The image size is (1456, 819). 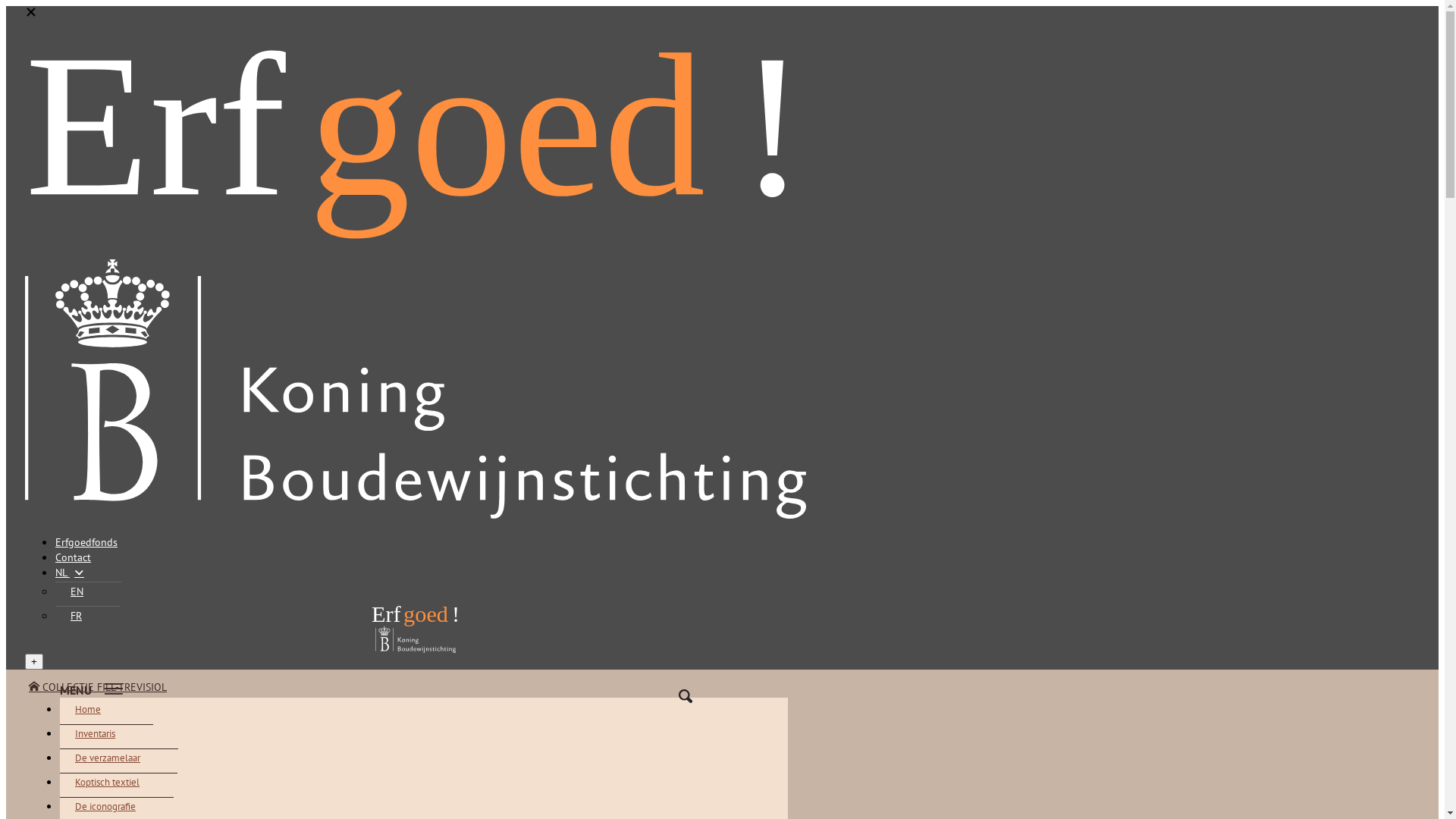 What do you see at coordinates (97, 687) in the screenshot?
I see `'COLLECTIE FILL-TREVISIOL'` at bounding box center [97, 687].